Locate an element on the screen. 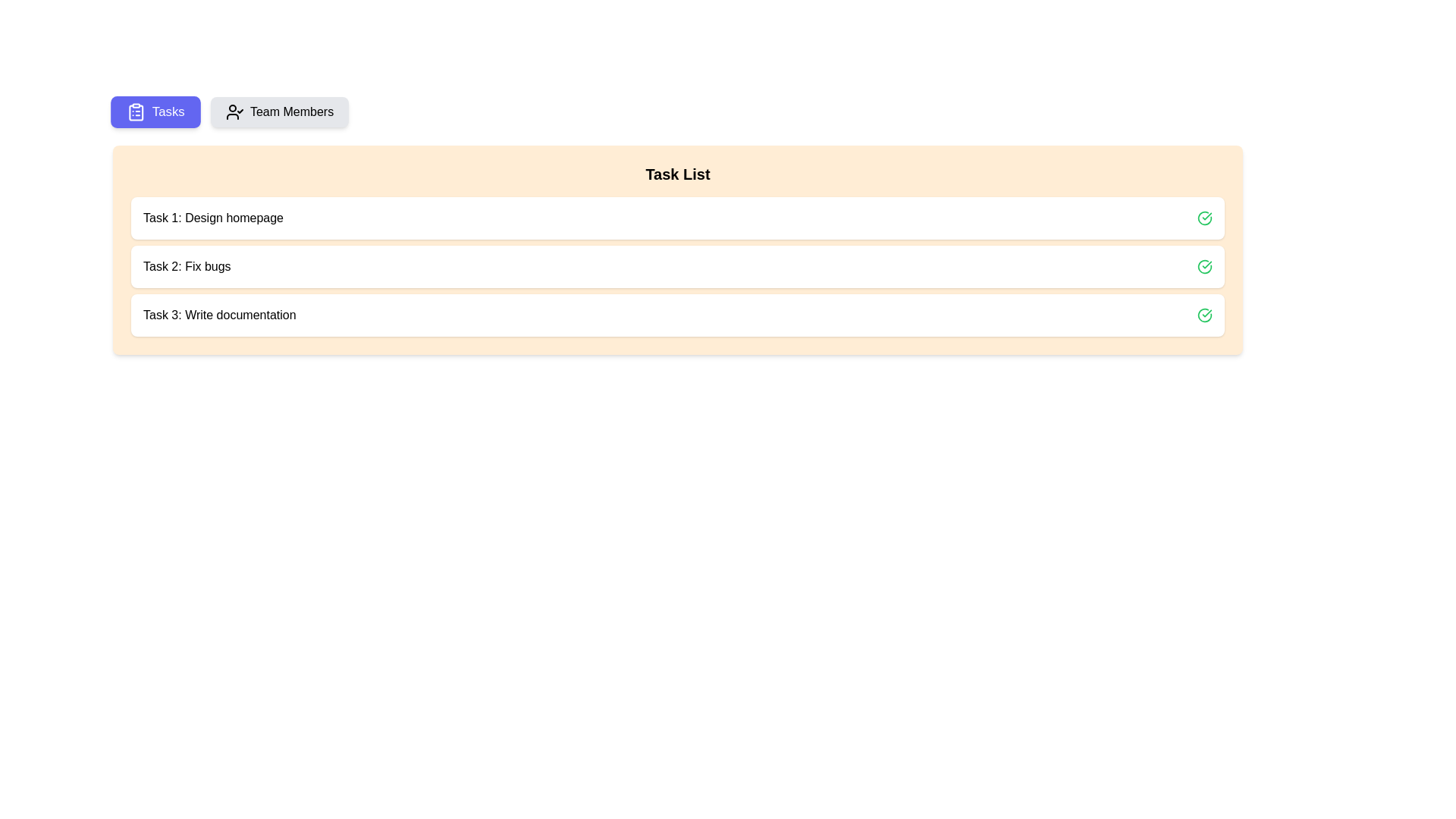 The height and width of the screenshot is (819, 1456). the checkmark icon within a circle that indicates the completed status for 'Task 1: Design homepage', located on the far right of the task entry is located at coordinates (1203, 218).